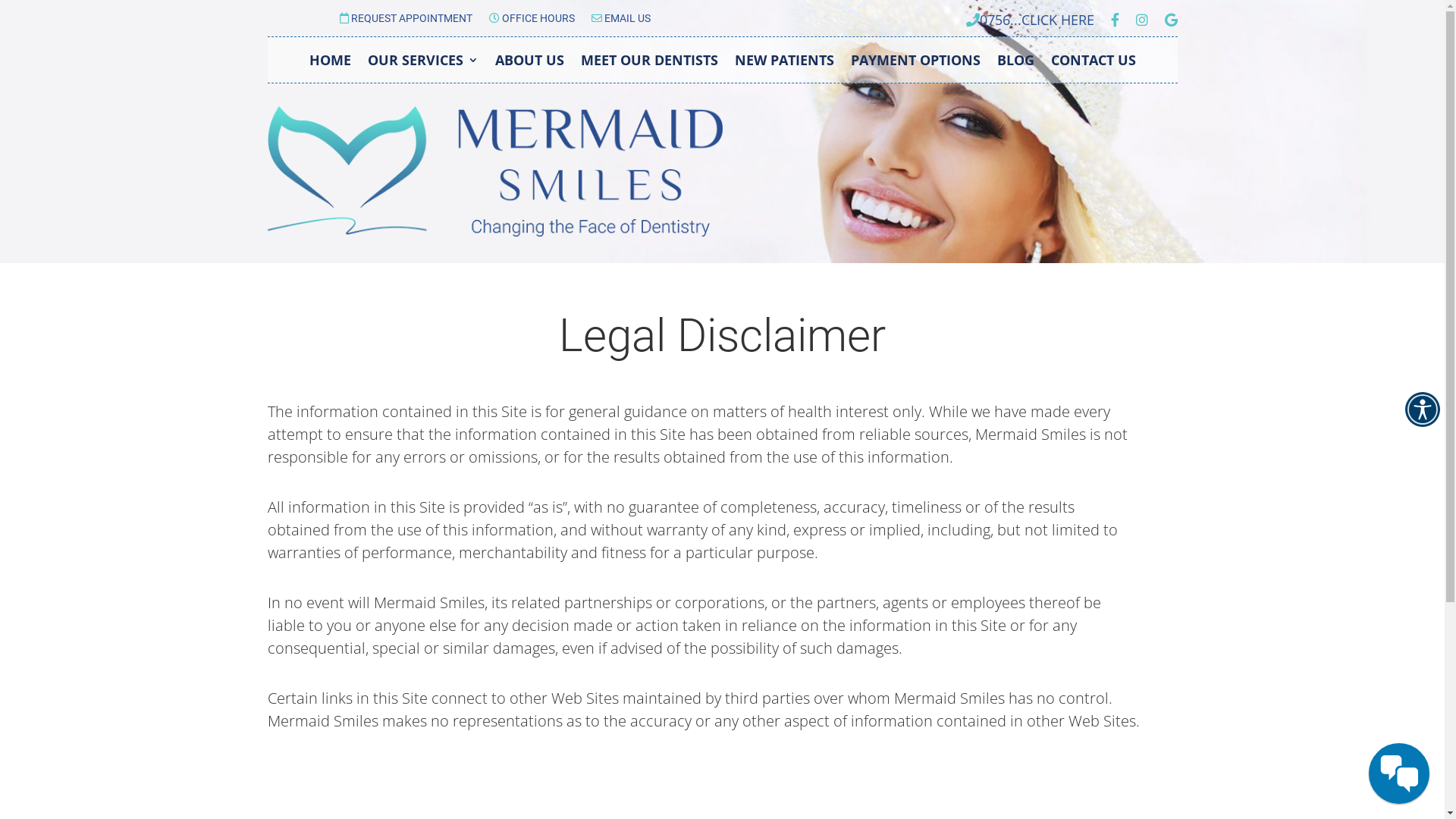 The width and height of the screenshot is (1456, 819). I want to click on 'EMAIL US', so click(621, 20).